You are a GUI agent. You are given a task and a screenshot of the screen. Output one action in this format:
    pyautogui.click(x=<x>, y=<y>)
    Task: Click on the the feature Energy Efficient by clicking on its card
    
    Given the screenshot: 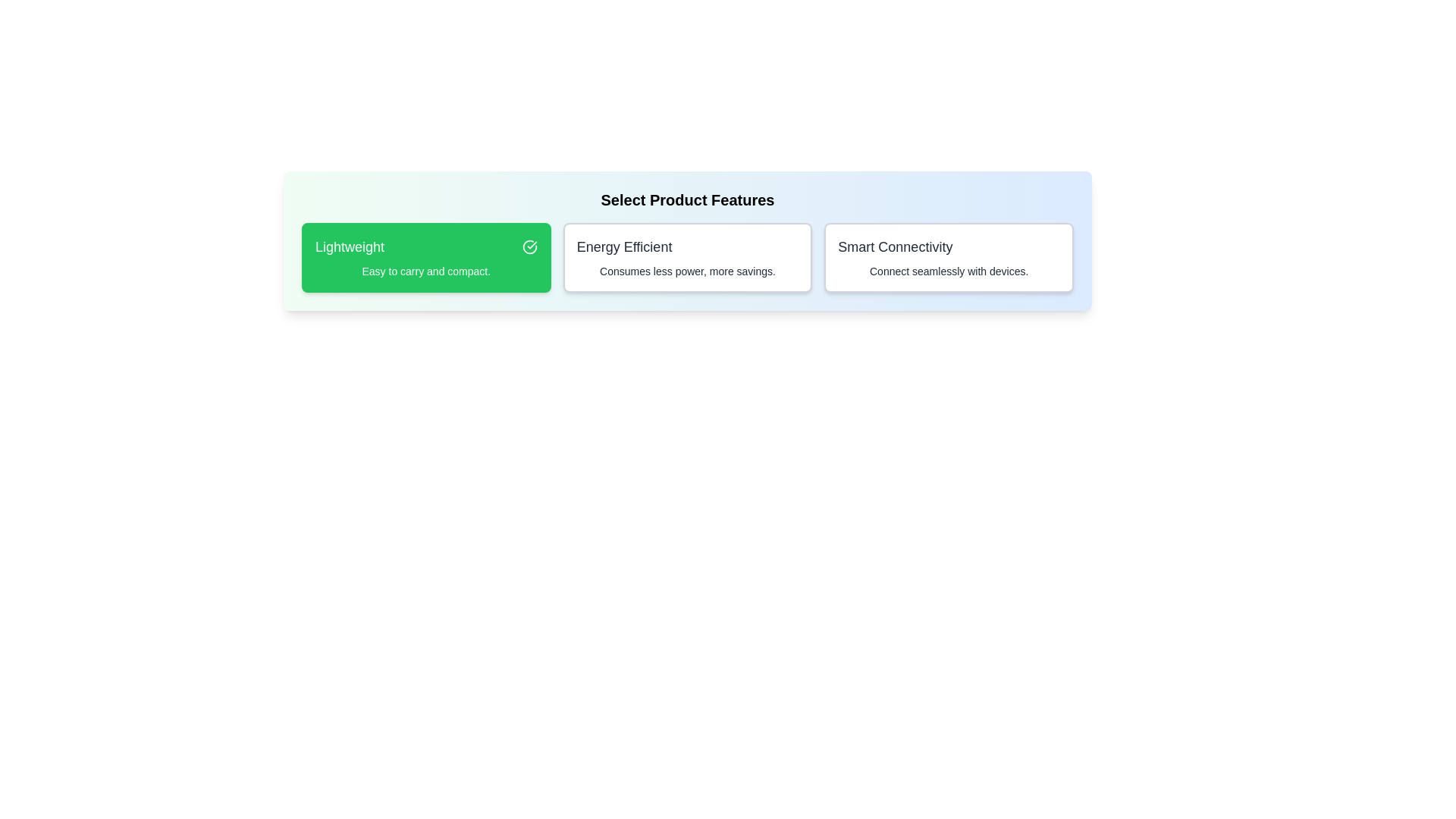 What is the action you would take?
    pyautogui.click(x=686, y=256)
    